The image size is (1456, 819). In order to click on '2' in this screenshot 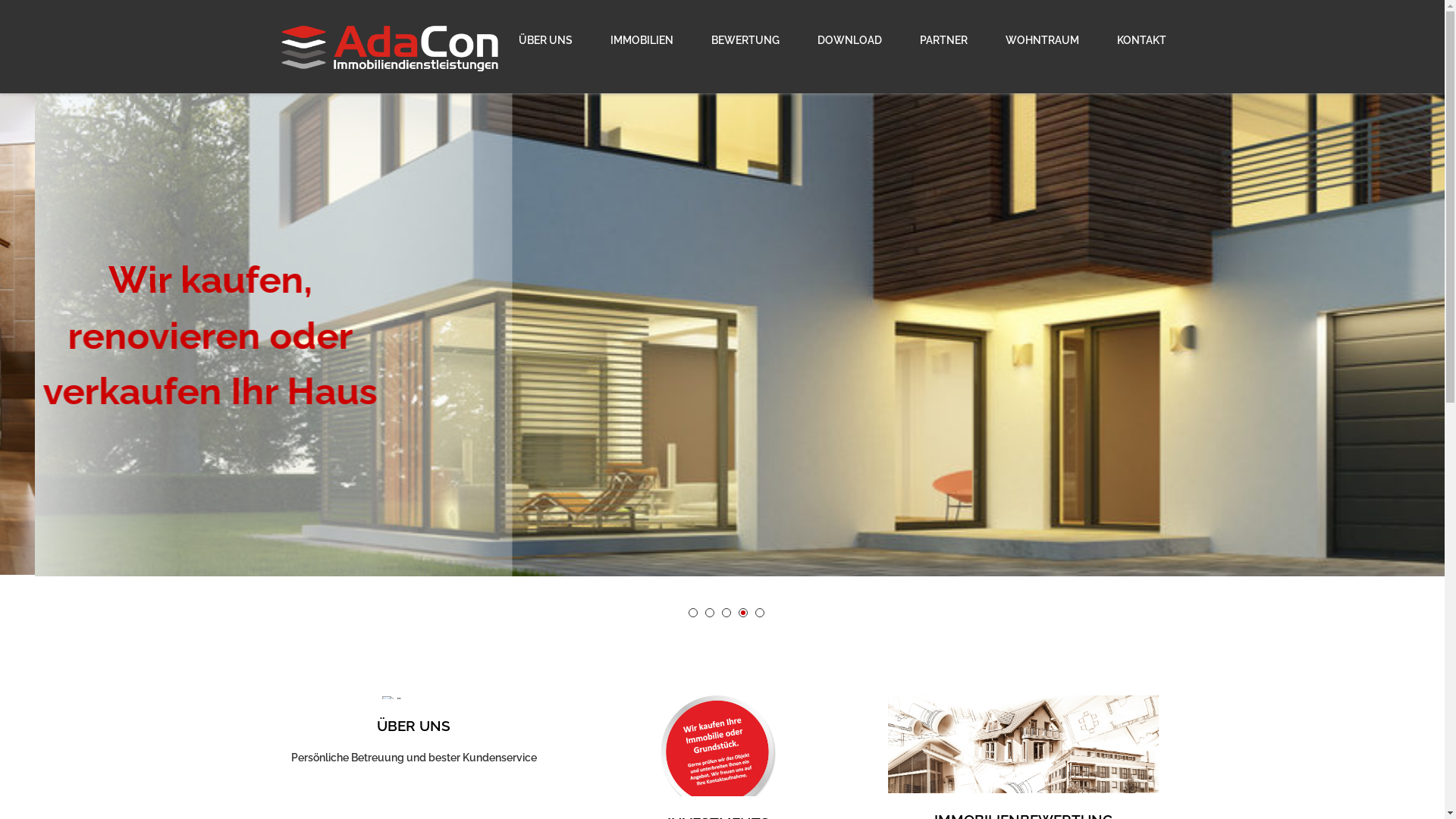, I will do `click(709, 611)`.